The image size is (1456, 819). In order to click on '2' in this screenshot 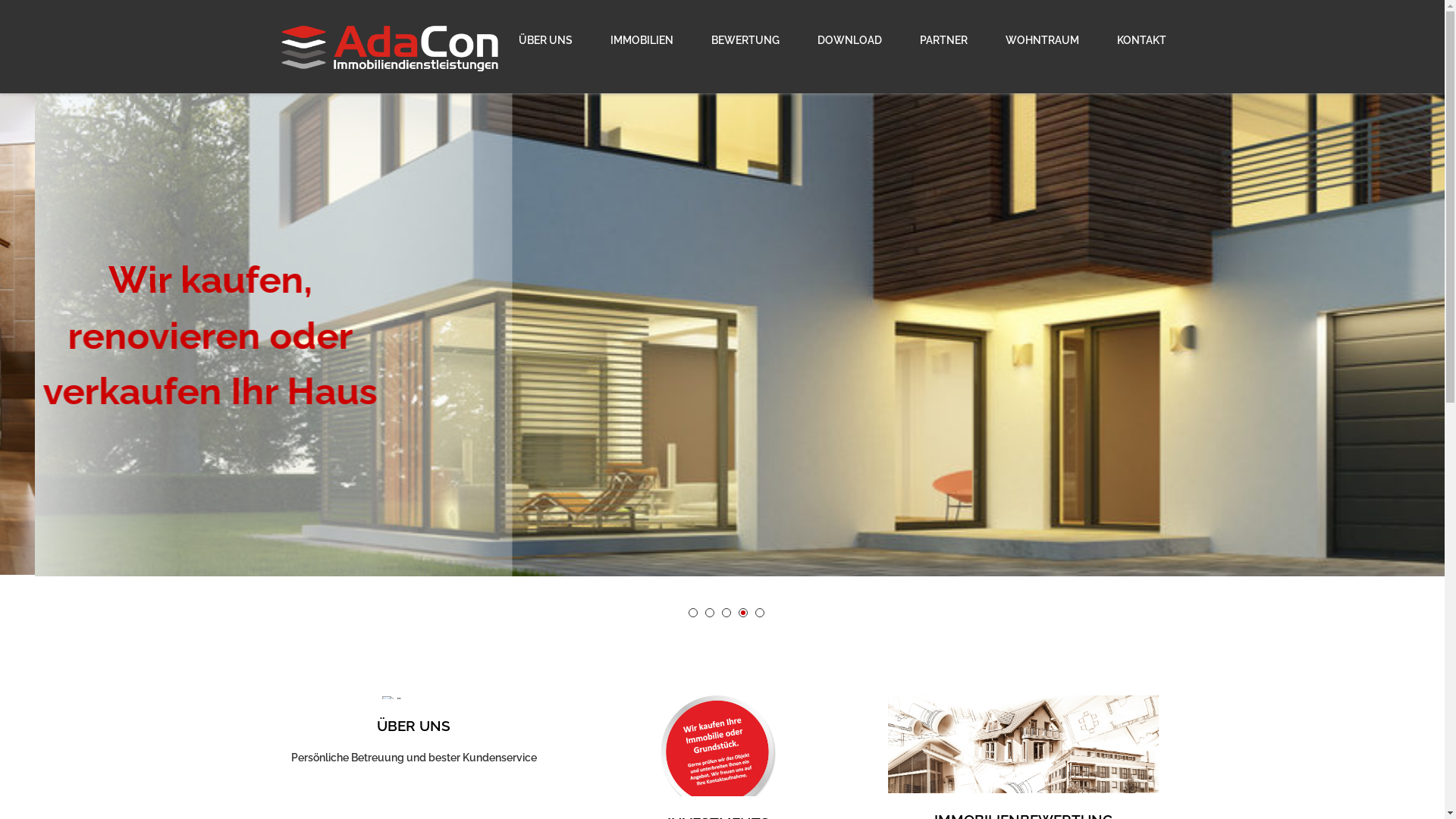, I will do `click(709, 611)`.